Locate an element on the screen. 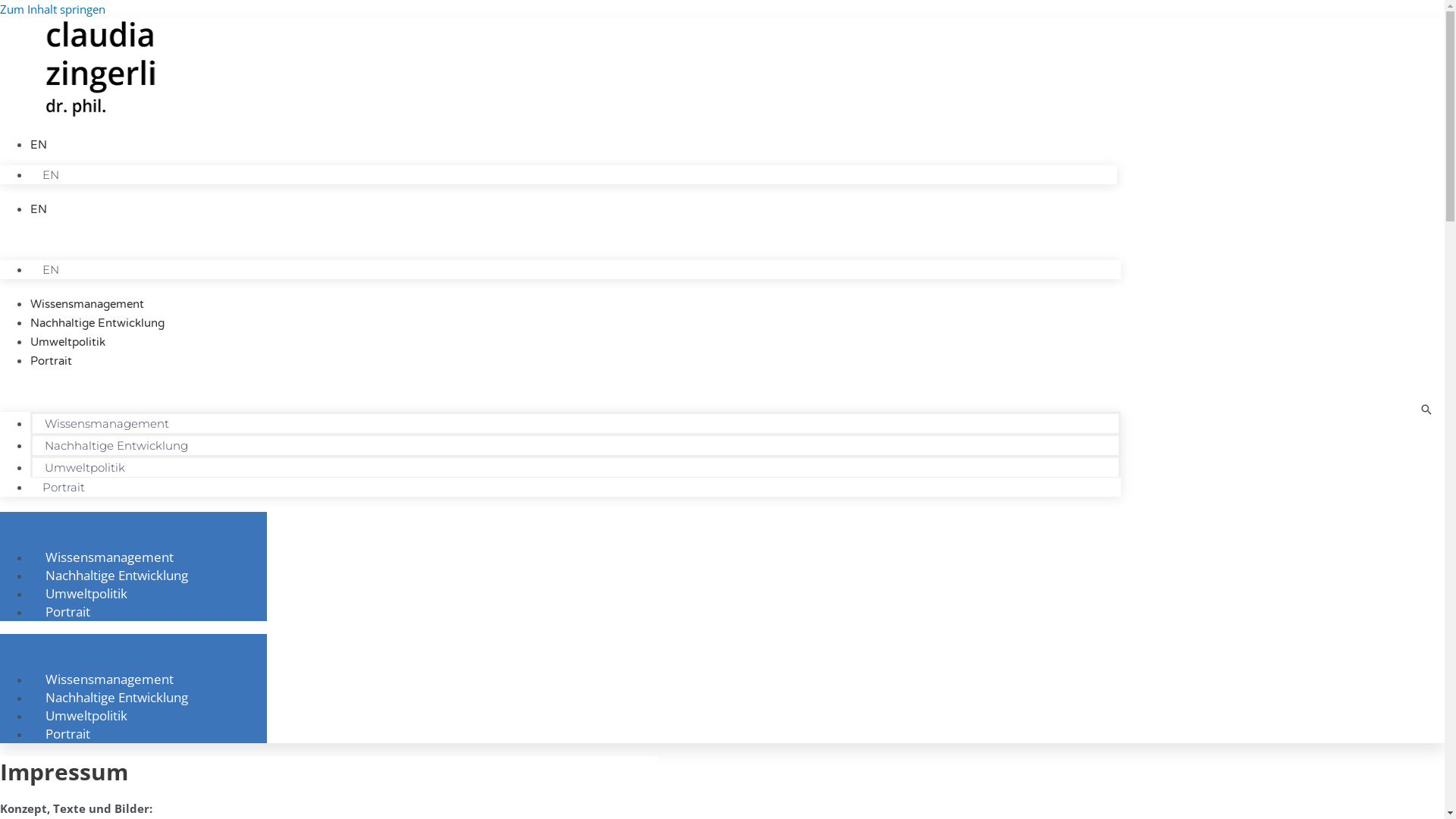 The image size is (1456, 819). 'Wissensmanagement' is located at coordinates (86, 304).